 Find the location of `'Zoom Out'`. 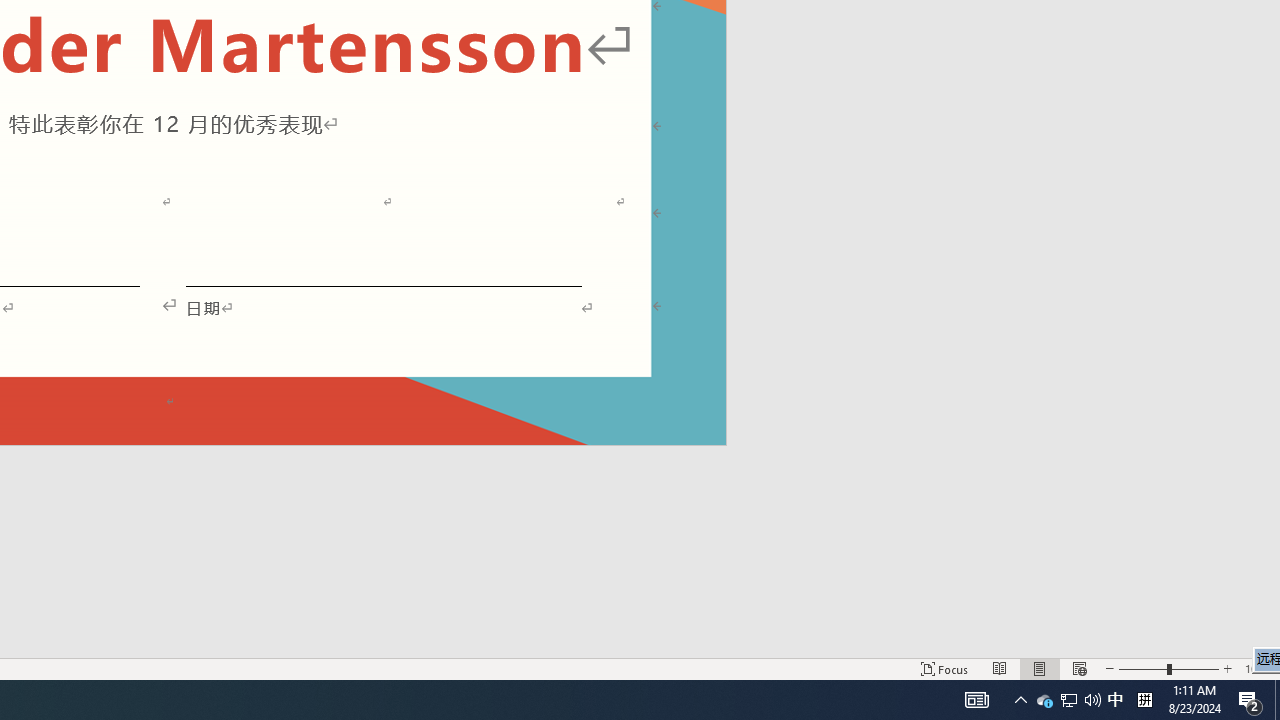

'Zoom Out' is located at coordinates (1143, 669).